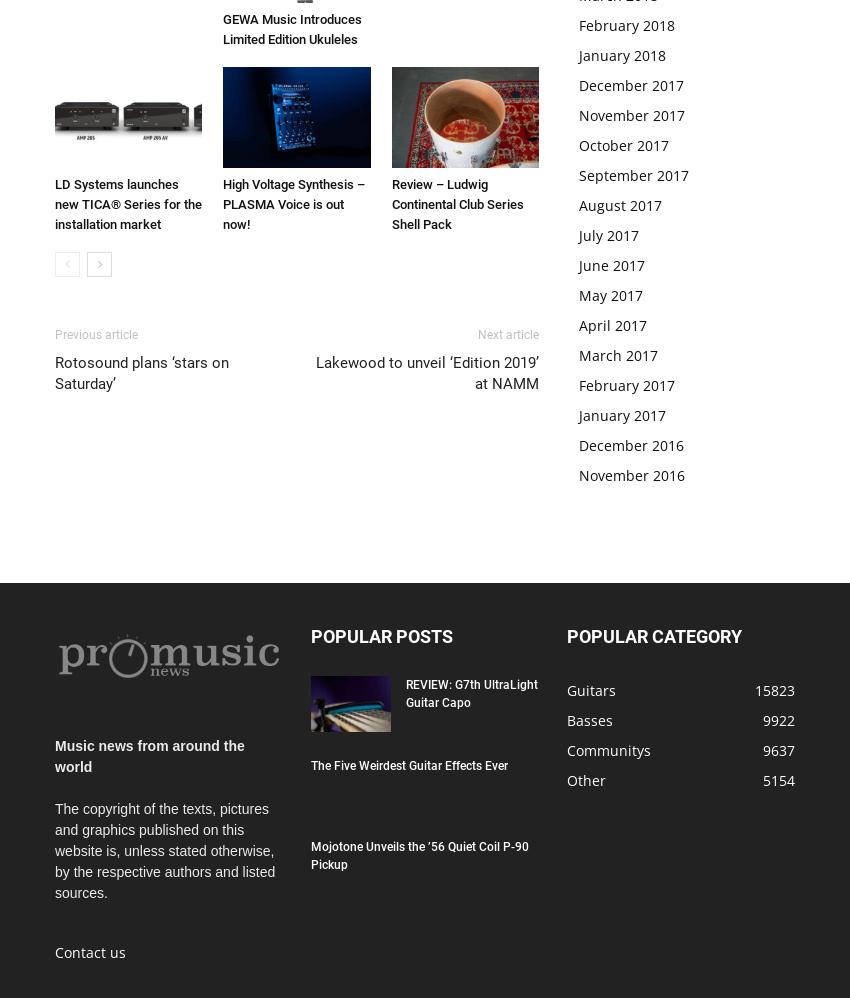  I want to click on 'Other', so click(586, 779).